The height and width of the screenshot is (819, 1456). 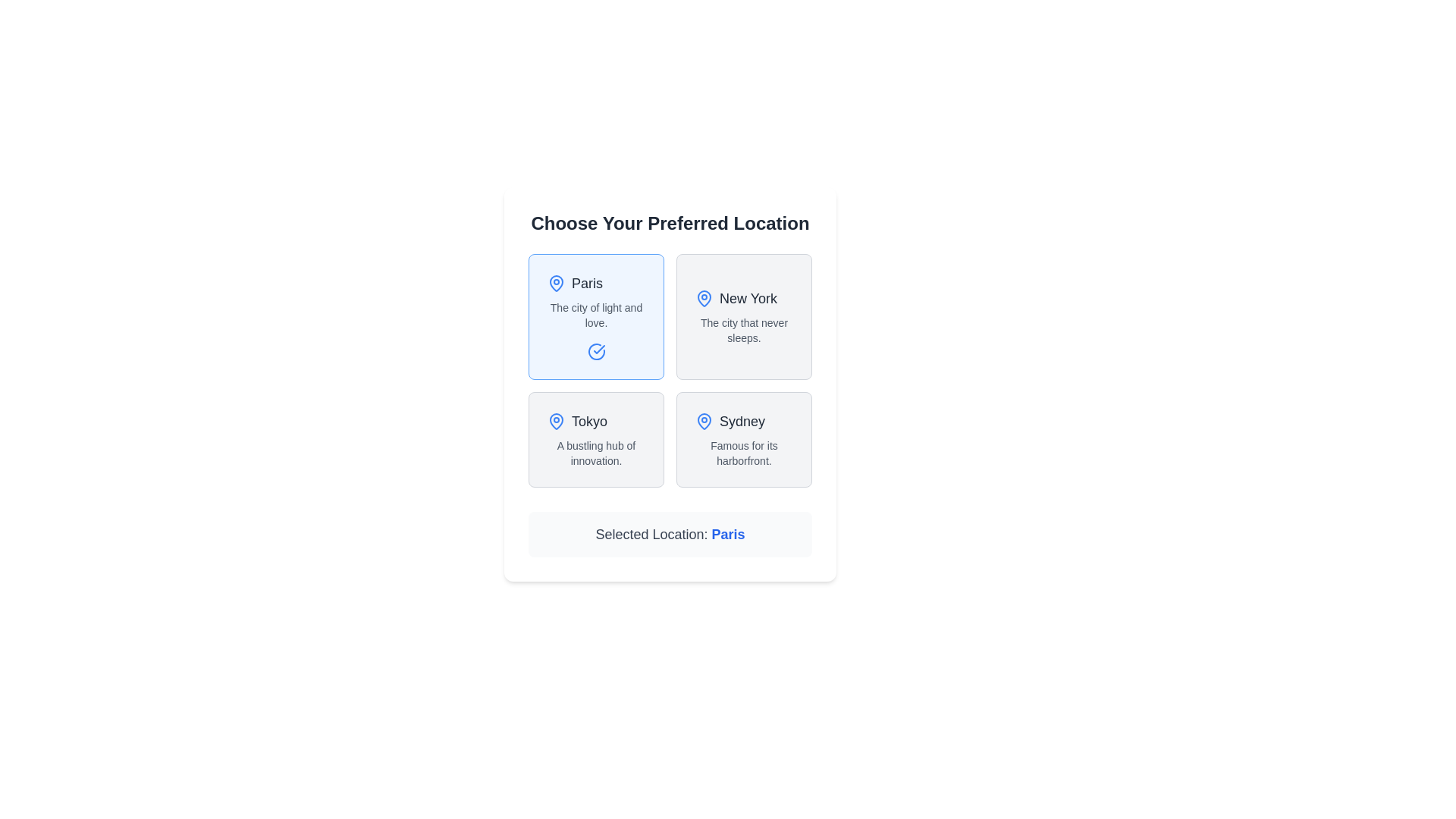 I want to click on the appearance of the blue checkmark icon located inside the card representing 'Paris' in the first position of the grid layout, so click(x=598, y=350).